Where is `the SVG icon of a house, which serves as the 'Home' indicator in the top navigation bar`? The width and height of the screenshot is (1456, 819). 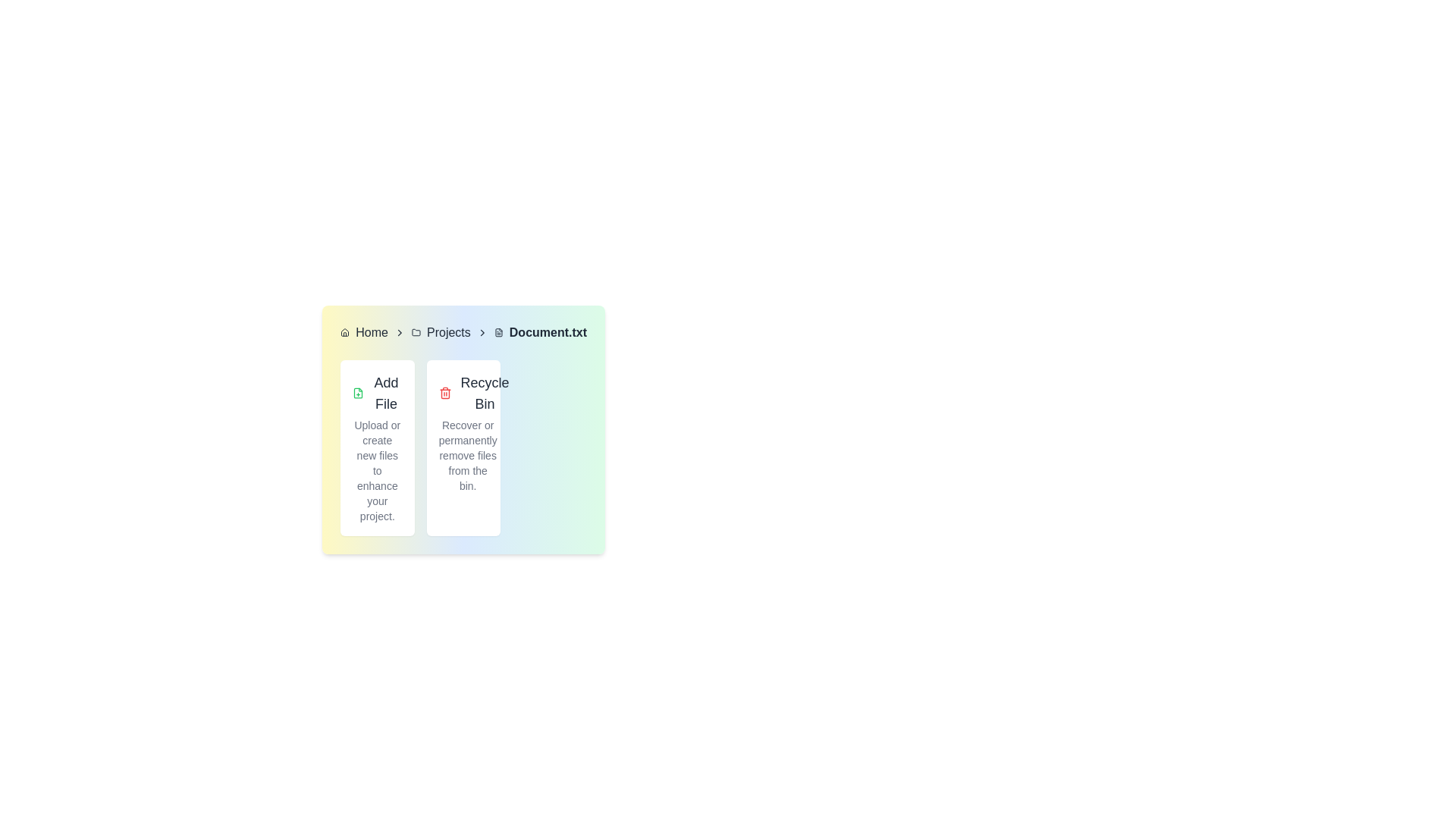
the SVG icon of a house, which serves as the 'Home' indicator in the top navigation bar is located at coordinates (344, 331).